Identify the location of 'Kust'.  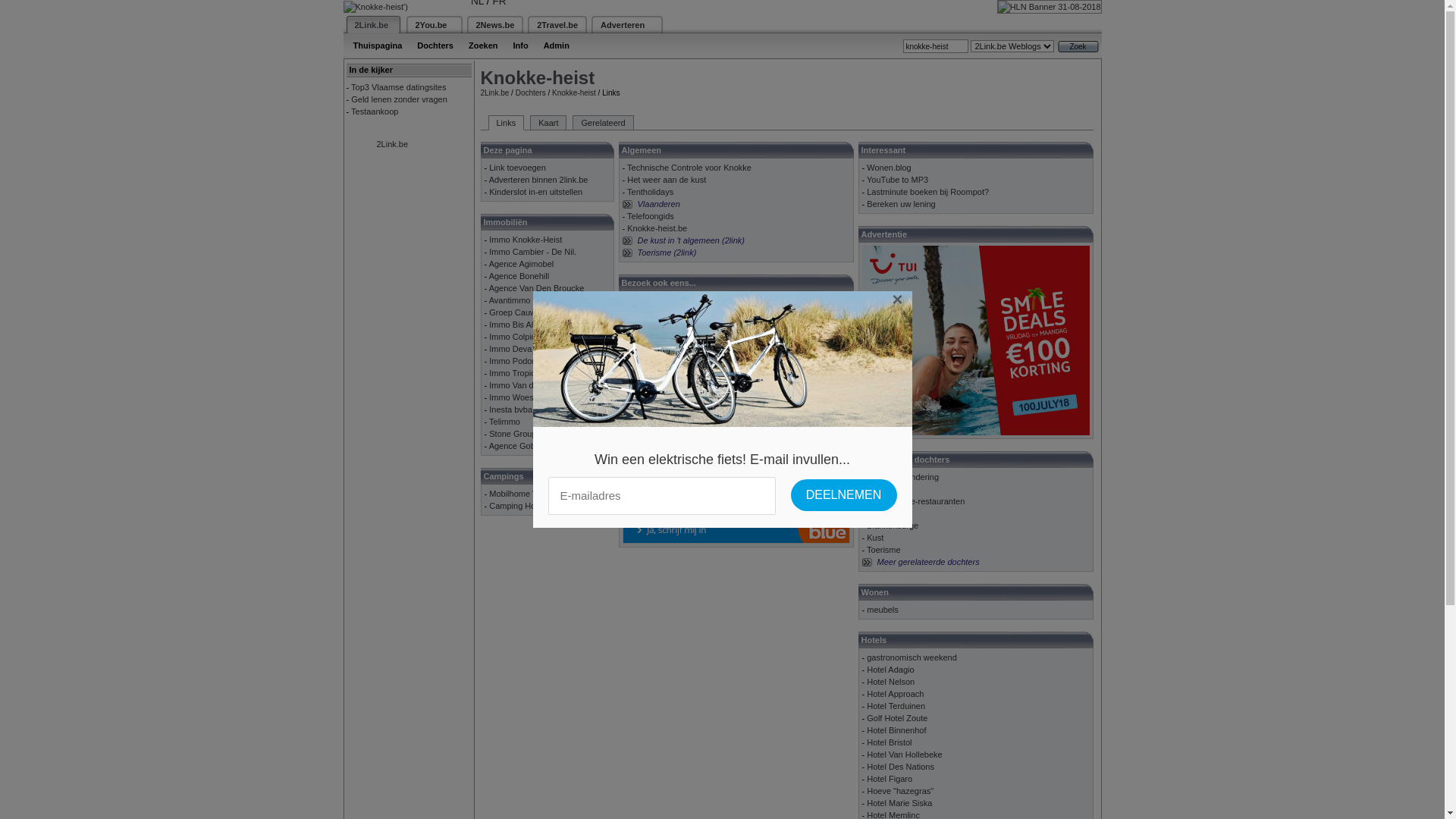
(866, 537).